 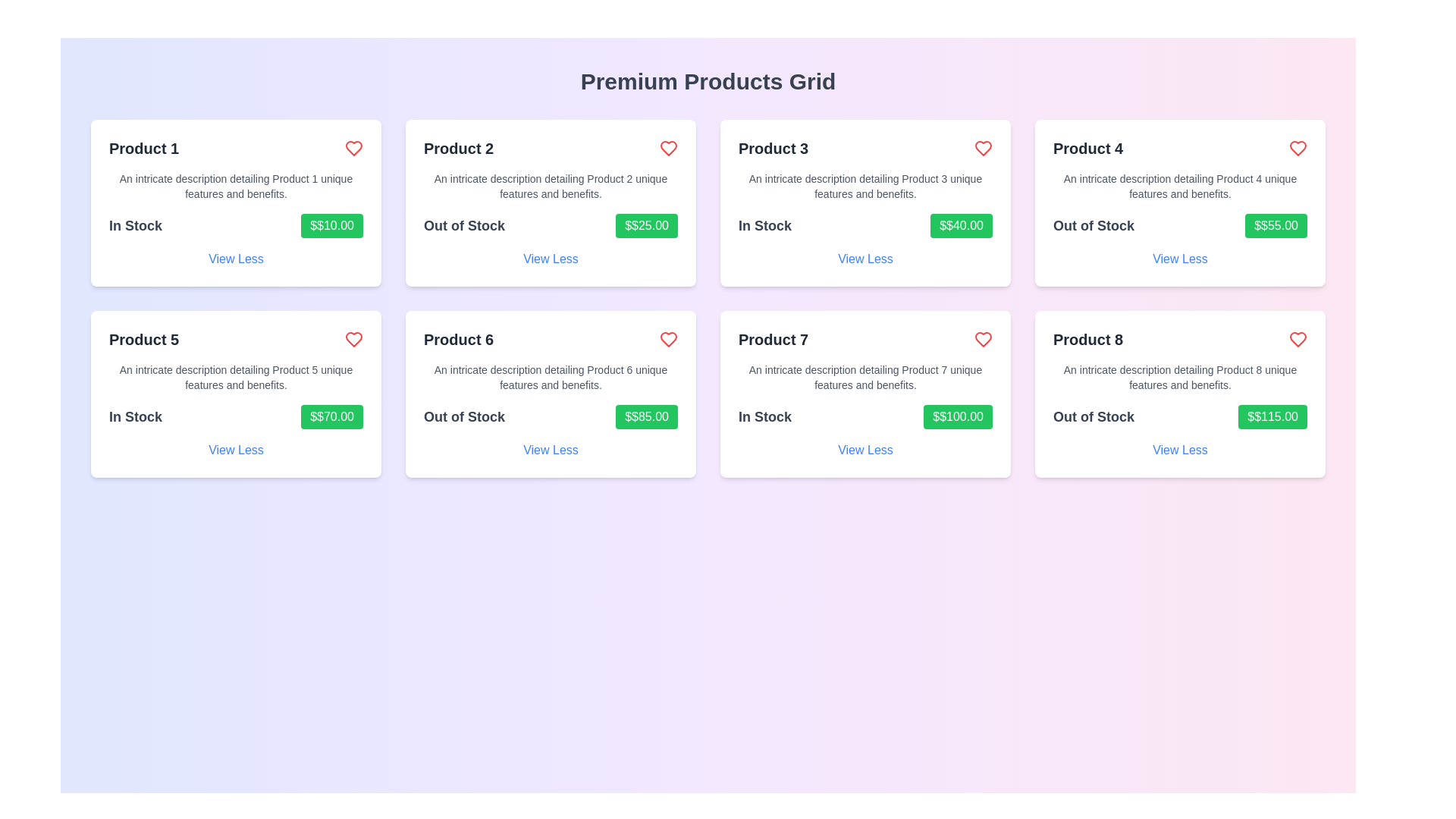 I want to click on the 'In Stock' text label, which is styled in bold dark gray and positioned to the left of a green button on the 'Product 5' card, so click(x=135, y=417).